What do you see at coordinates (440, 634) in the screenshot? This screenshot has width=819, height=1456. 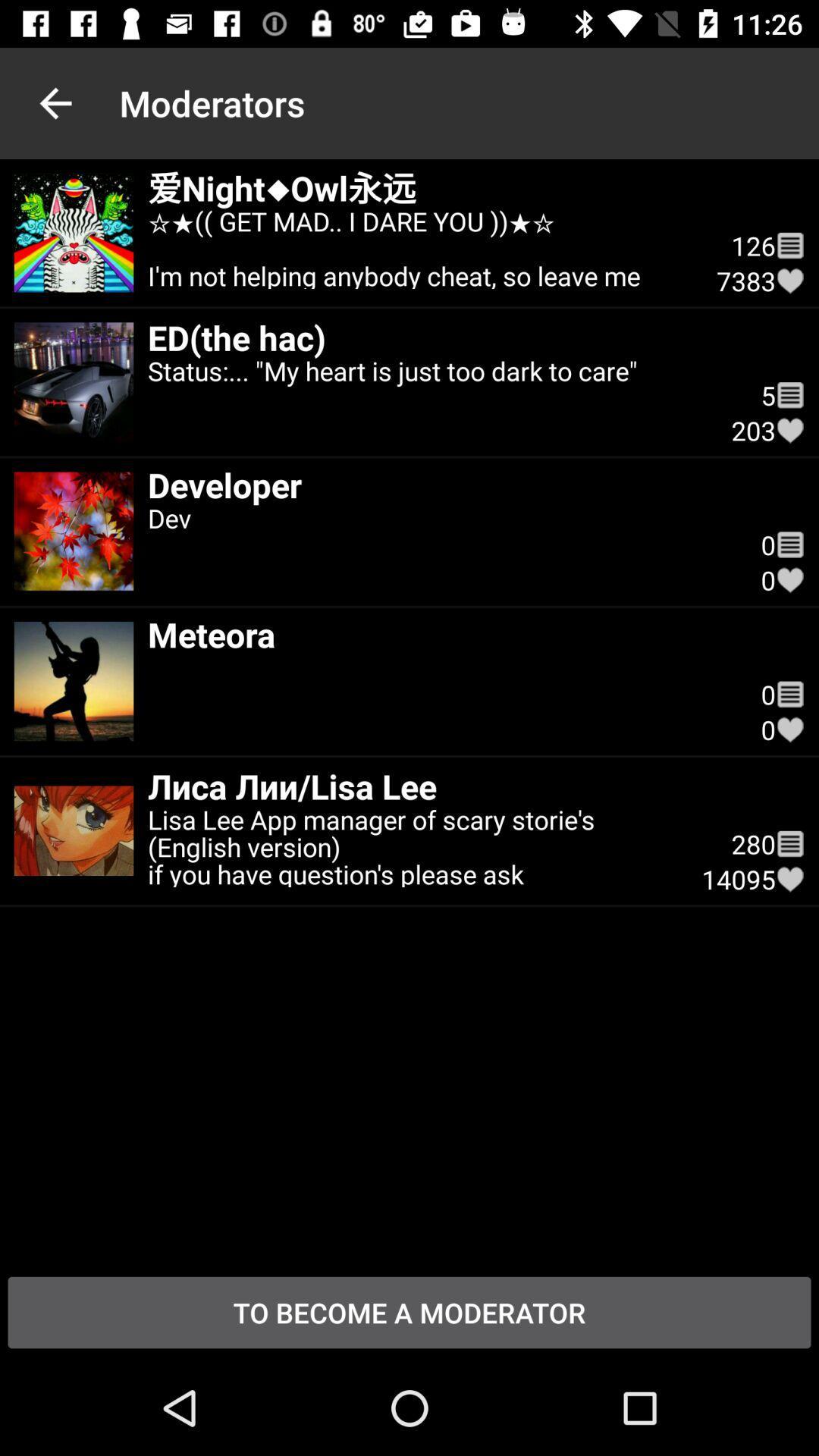 I see `icon to the left of the 0` at bounding box center [440, 634].